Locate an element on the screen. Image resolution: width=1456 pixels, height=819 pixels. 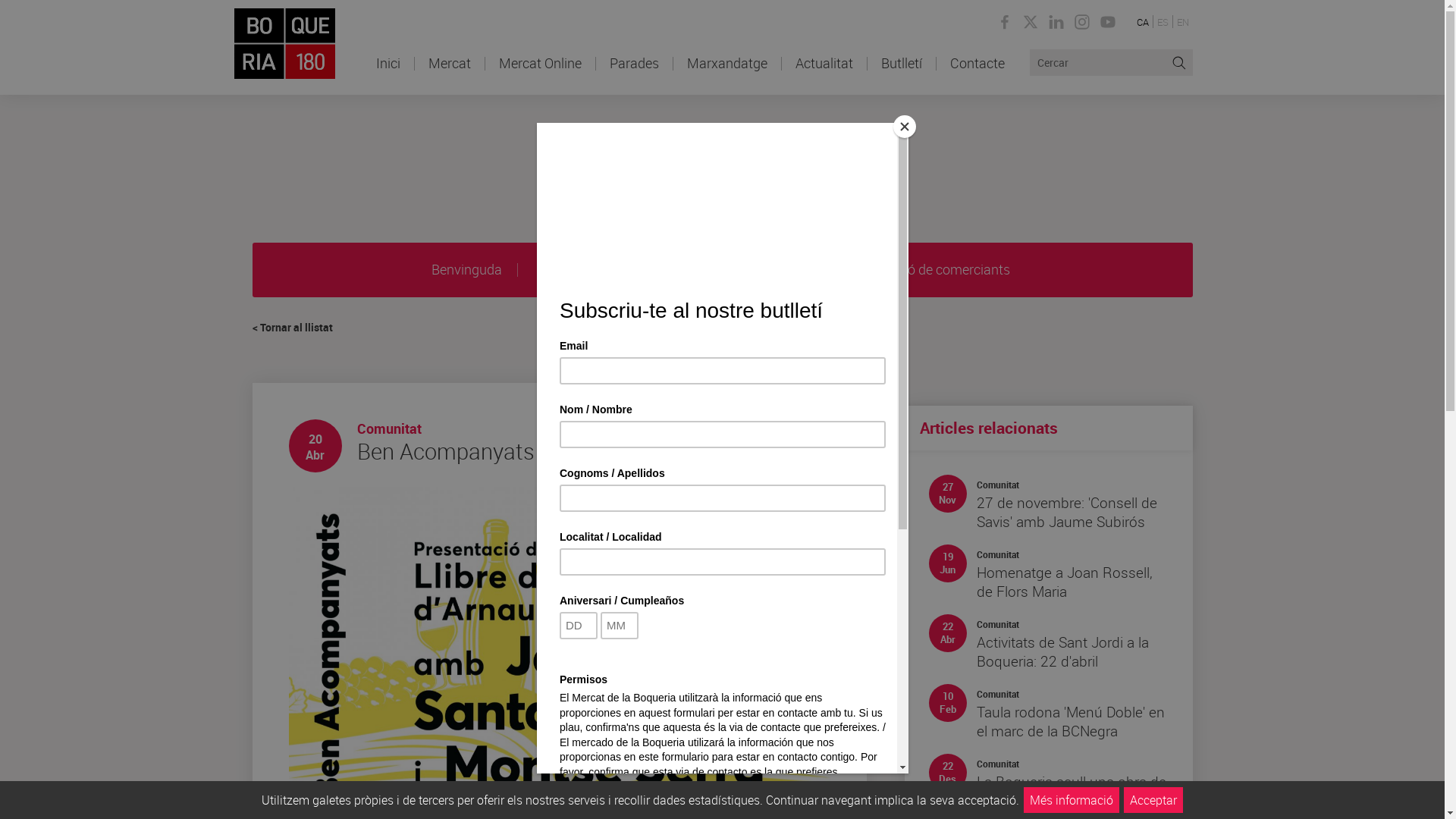
'Serveis del mercat' is located at coordinates (588, 268).